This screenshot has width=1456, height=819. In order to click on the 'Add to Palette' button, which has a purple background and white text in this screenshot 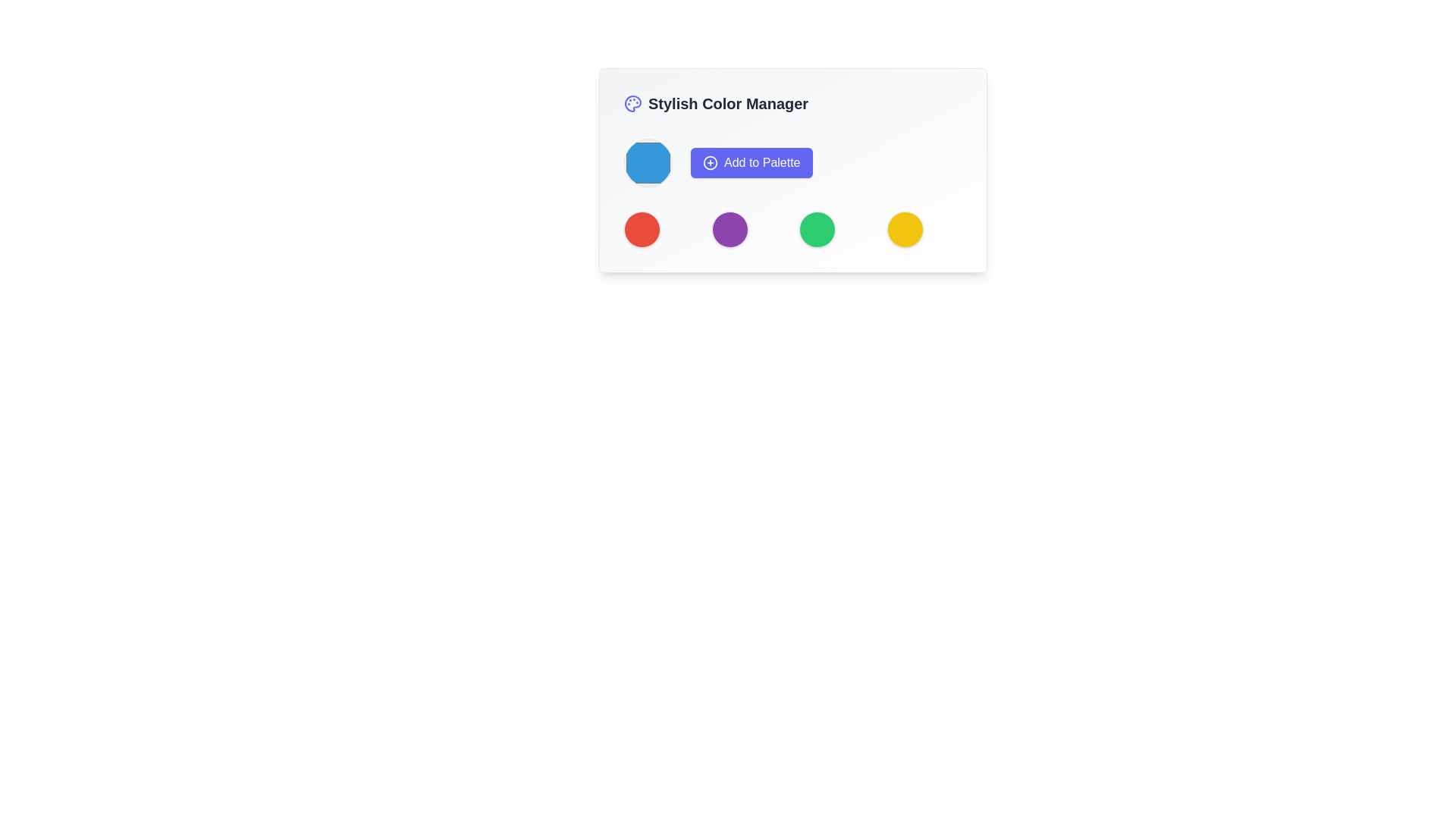, I will do `click(752, 163)`.